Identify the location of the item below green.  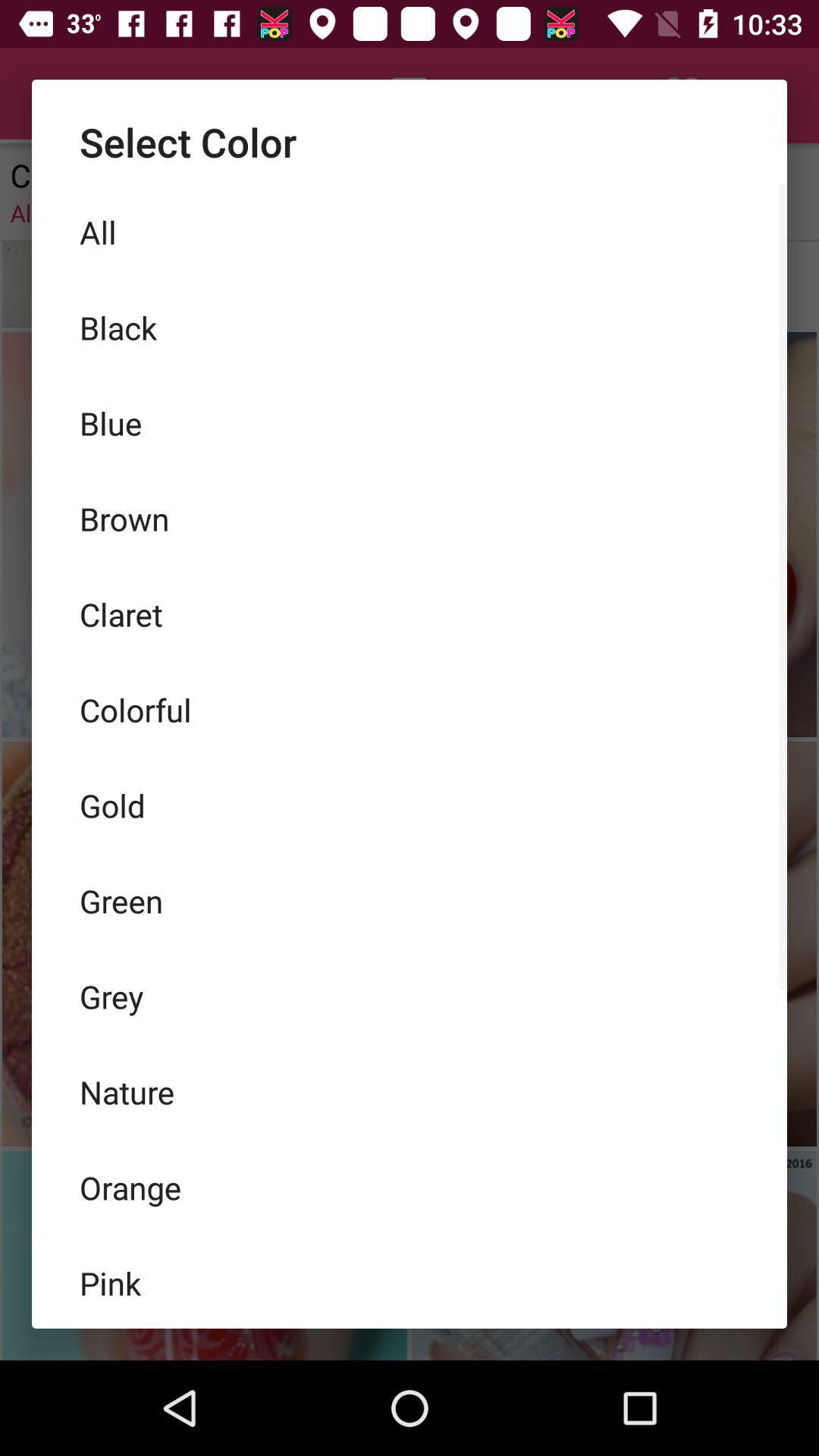
(409, 996).